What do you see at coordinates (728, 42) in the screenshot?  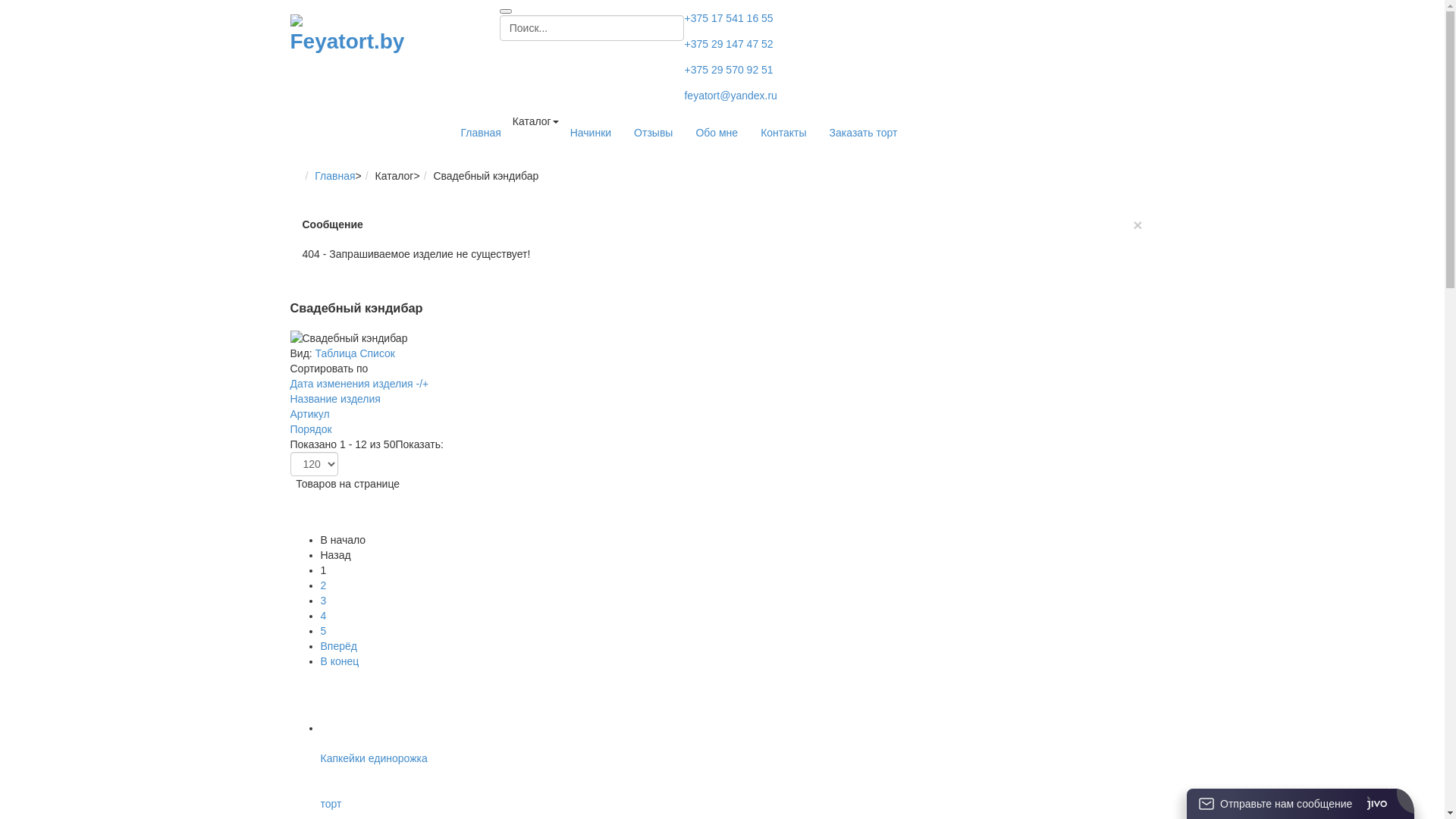 I see `'+375 29 147 47 52'` at bounding box center [728, 42].